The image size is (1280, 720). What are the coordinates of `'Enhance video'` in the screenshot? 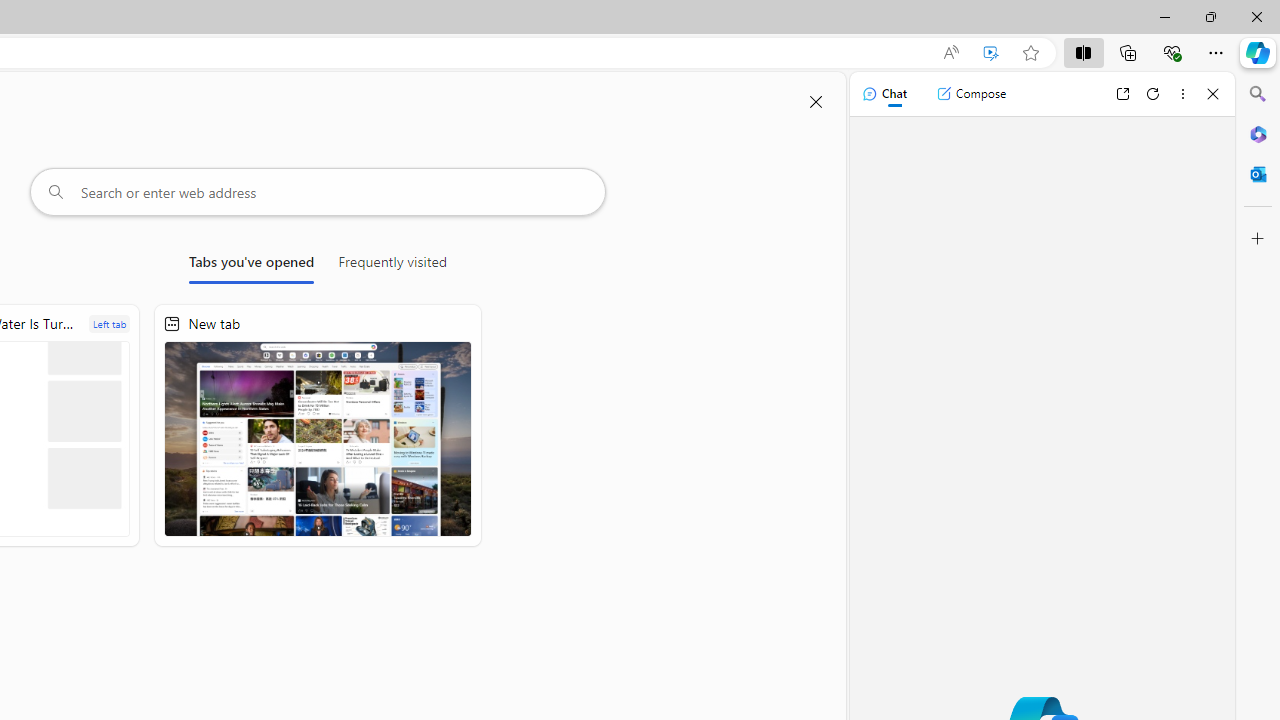 It's located at (991, 52).